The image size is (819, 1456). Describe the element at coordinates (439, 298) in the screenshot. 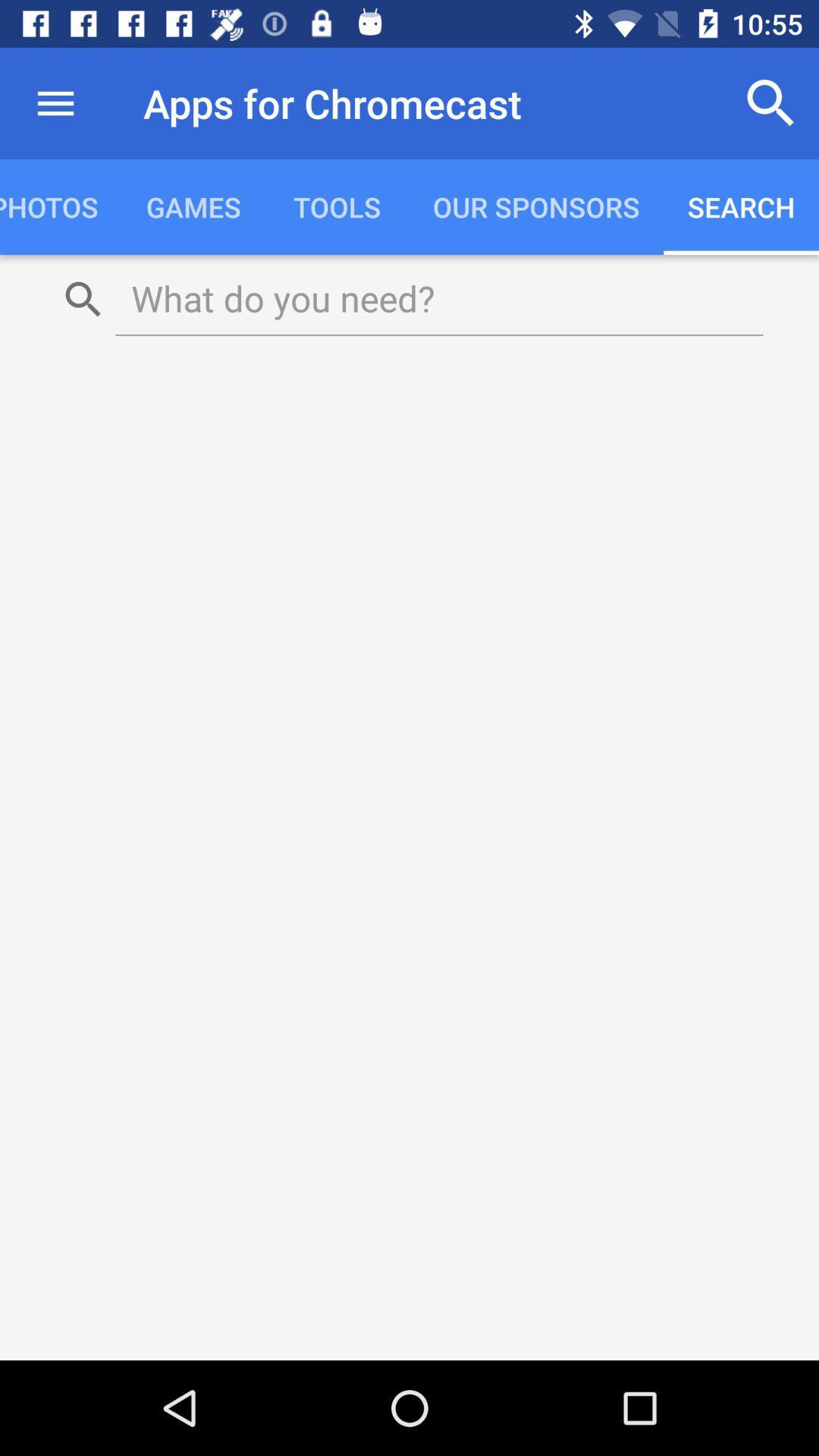

I see `icon below games item` at that location.